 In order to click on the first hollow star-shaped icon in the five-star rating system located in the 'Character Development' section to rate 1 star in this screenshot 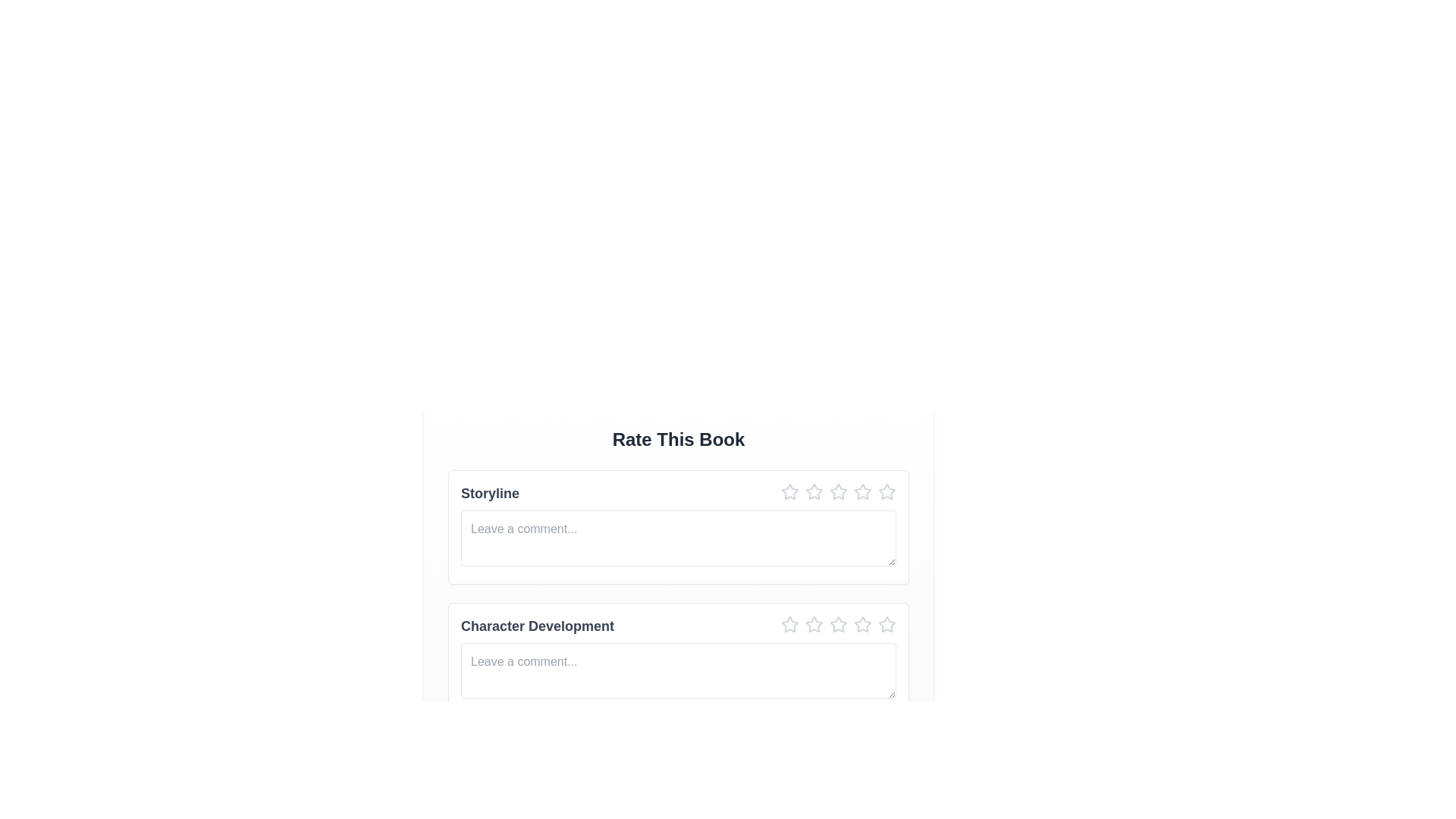, I will do `click(789, 625)`.